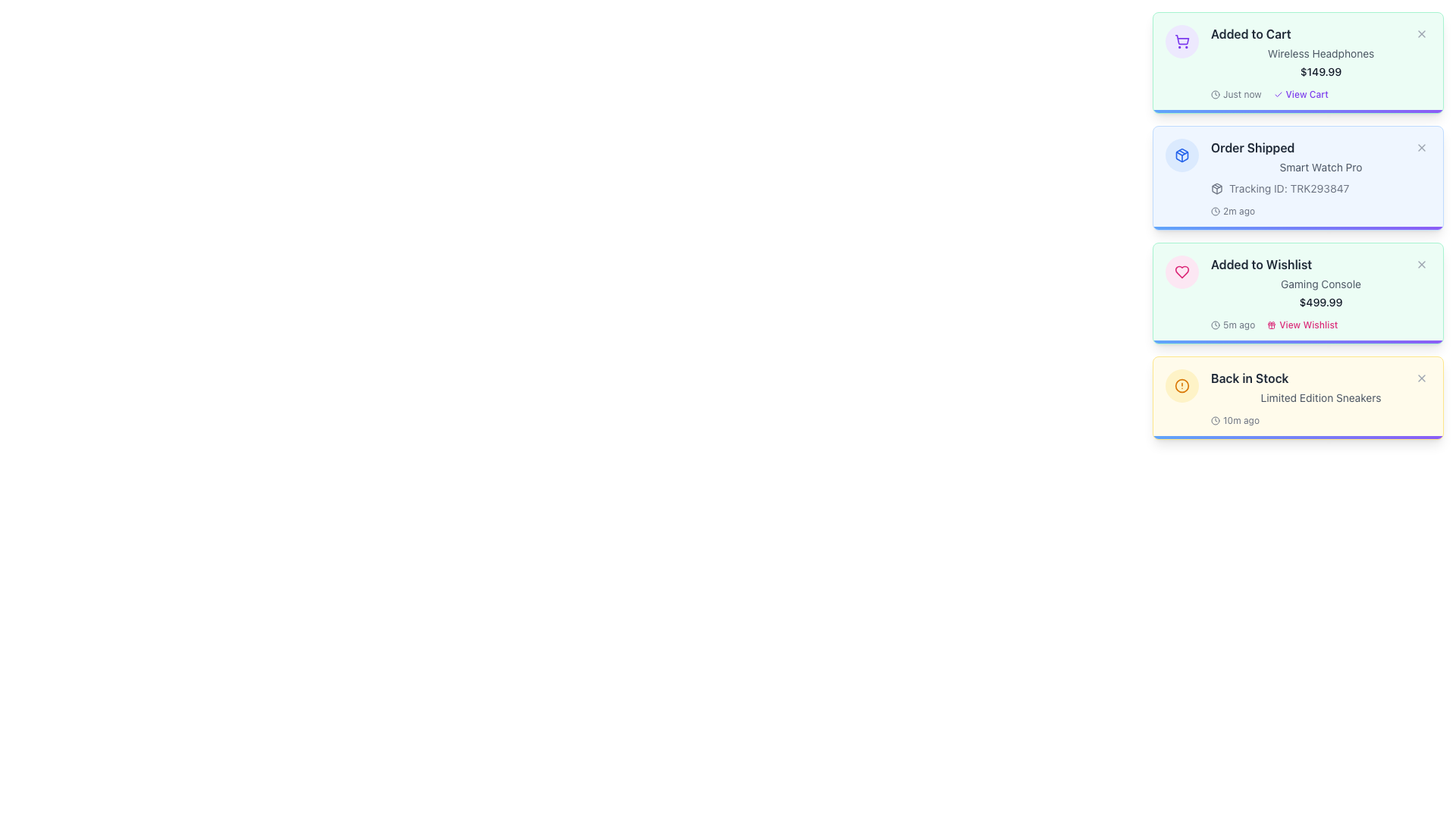 The image size is (1456, 819). Describe the element at coordinates (1421, 263) in the screenshot. I see `the close button located at the top-right corner of the 'Added to Wishlist' notification card` at that location.